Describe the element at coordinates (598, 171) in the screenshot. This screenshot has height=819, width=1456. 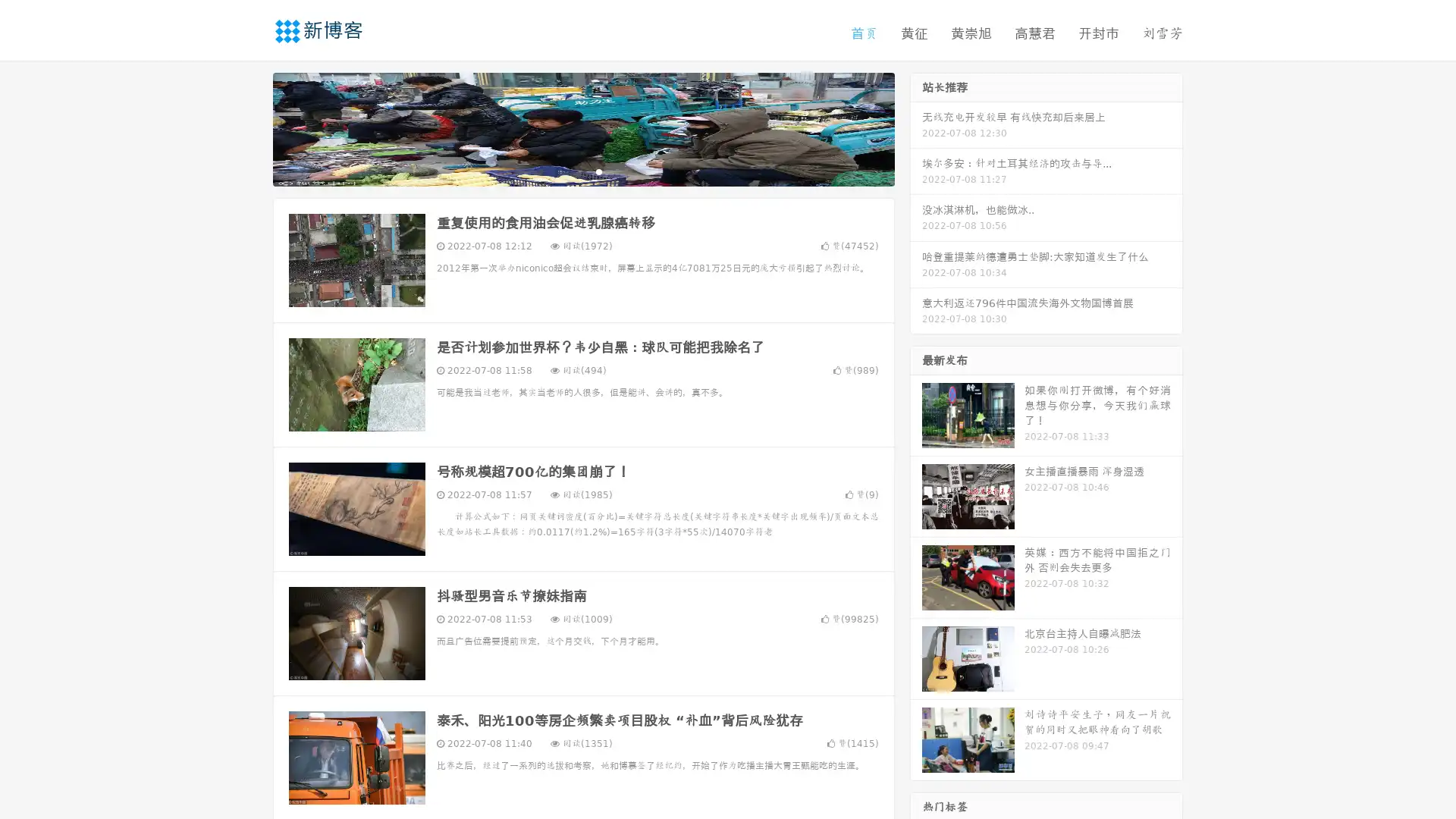
I see `Go to slide 3` at that location.